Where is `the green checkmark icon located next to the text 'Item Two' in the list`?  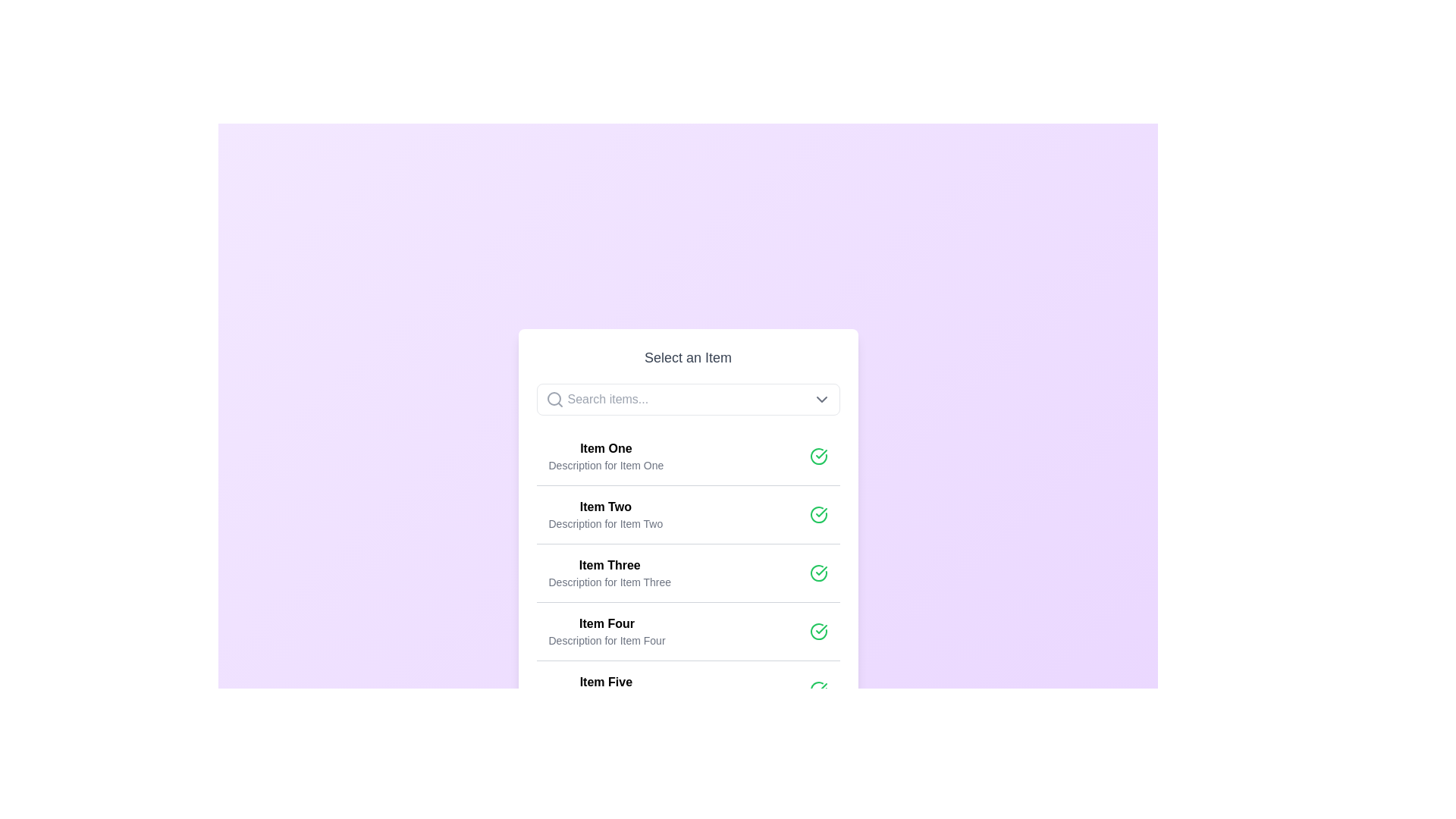 the green checkmark icon located next to the text 'Item Two' in the list is located at coordinates (821, 453).